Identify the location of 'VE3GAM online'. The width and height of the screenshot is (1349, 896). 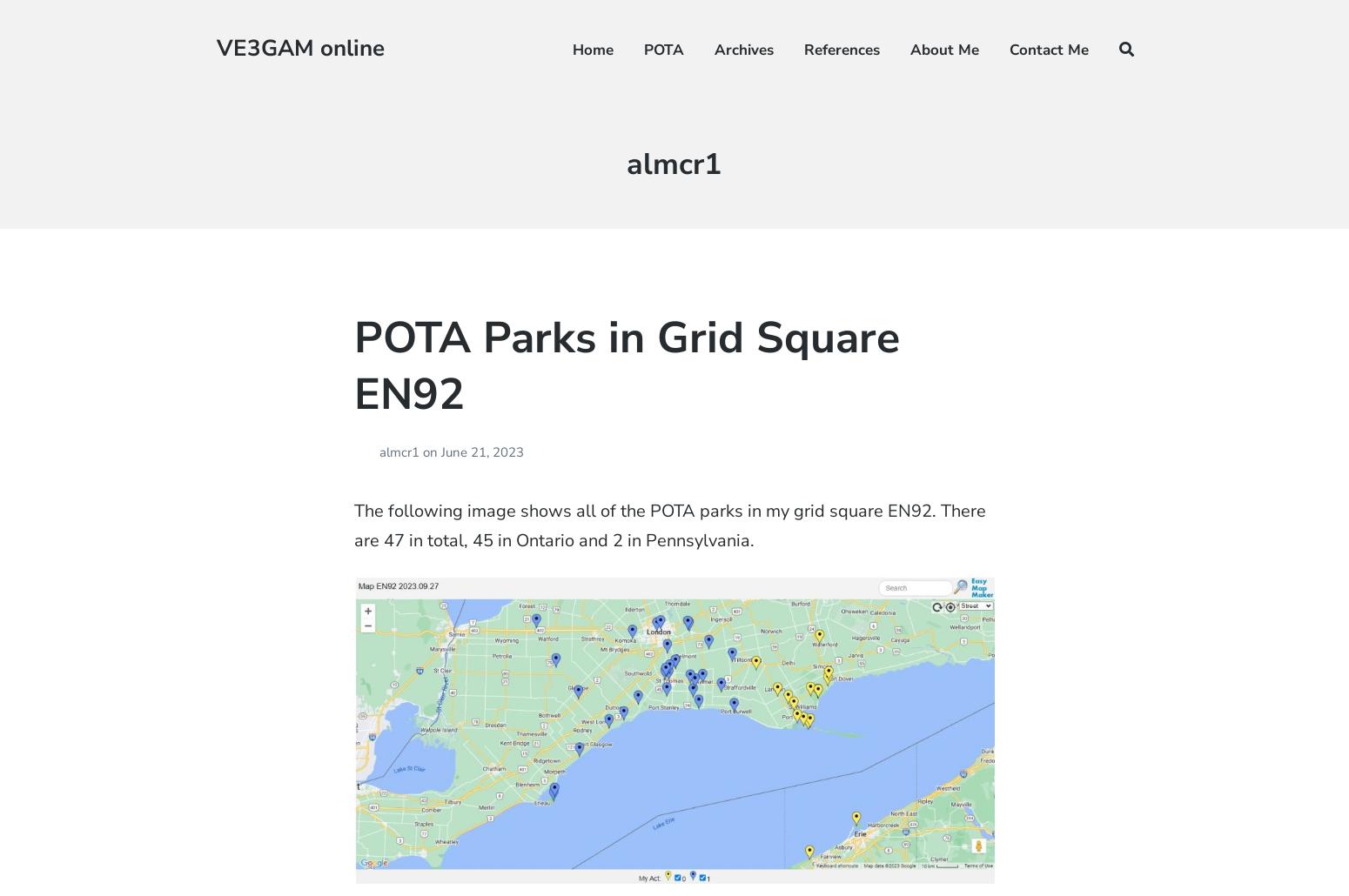
(299, 47).